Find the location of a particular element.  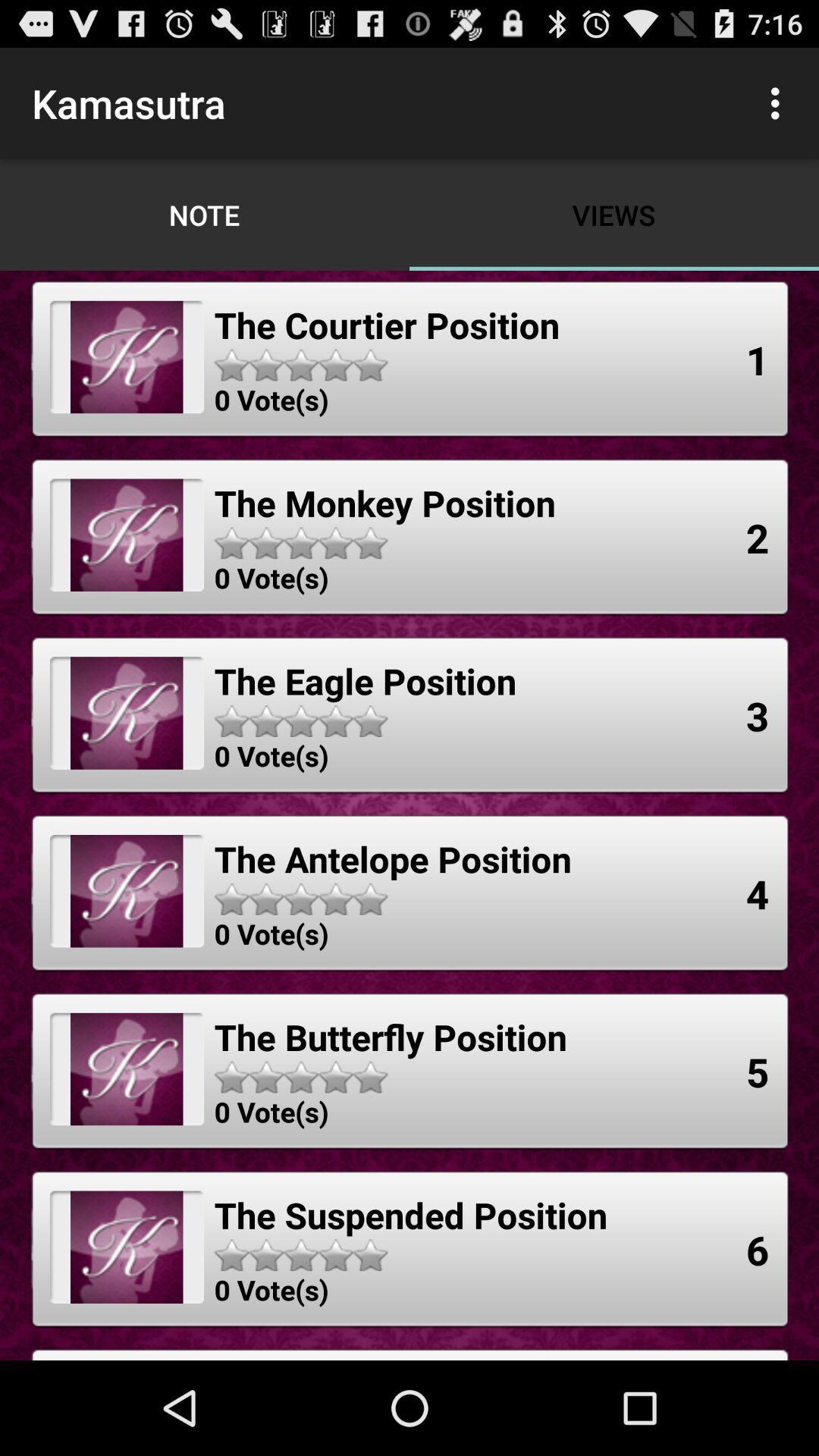

the the antelope position item is located at coordinates (392, 858).